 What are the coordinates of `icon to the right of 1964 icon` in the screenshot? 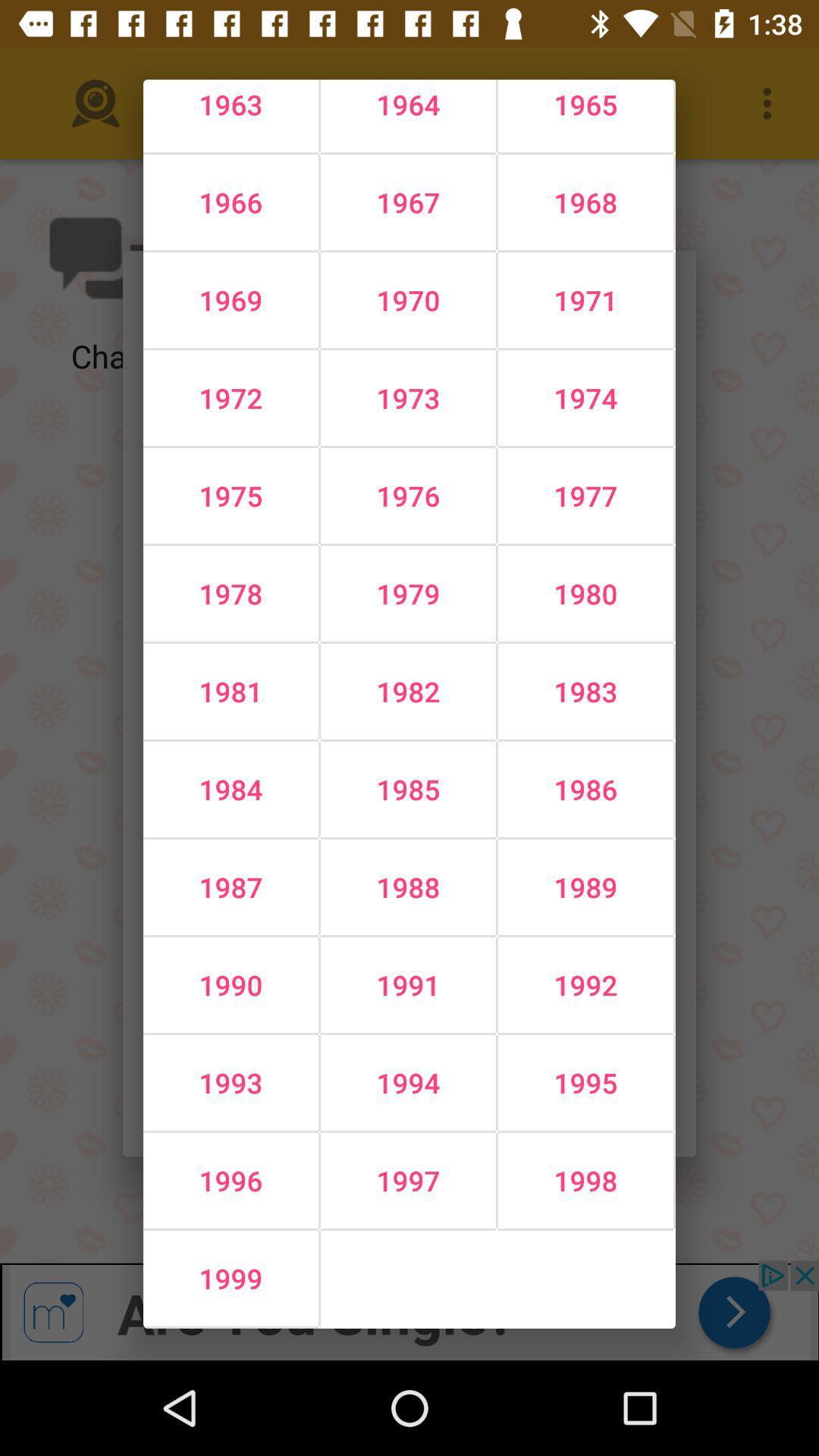 It's located at (585, 202).